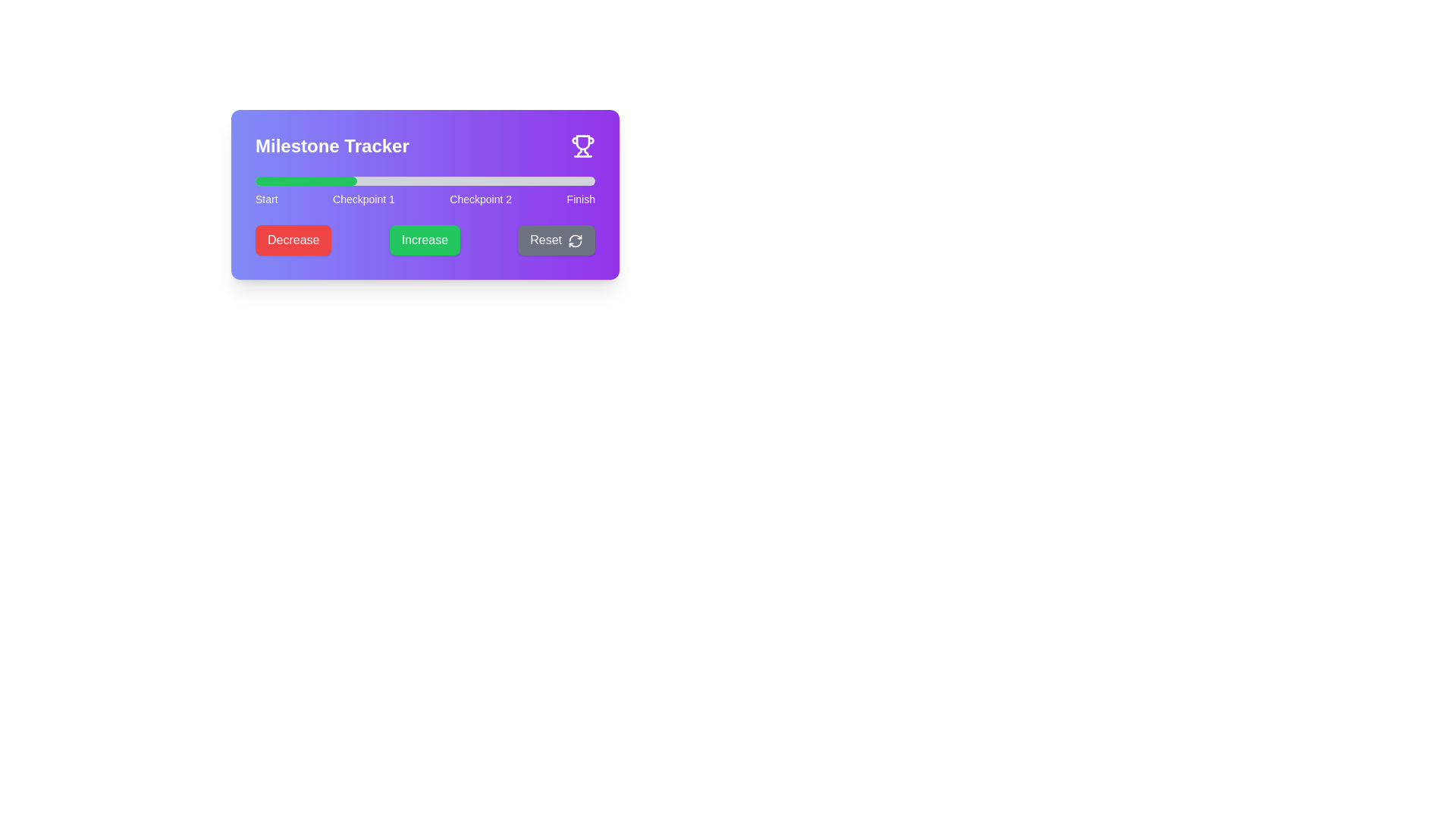 Image resolution: width=1456 pixels, height=819 pixels. I want to click on the text label displaying 'Checkpoint 2', which has a white font color on a purple background and is positioned in the middle of its row of labels, so click(480, 198).